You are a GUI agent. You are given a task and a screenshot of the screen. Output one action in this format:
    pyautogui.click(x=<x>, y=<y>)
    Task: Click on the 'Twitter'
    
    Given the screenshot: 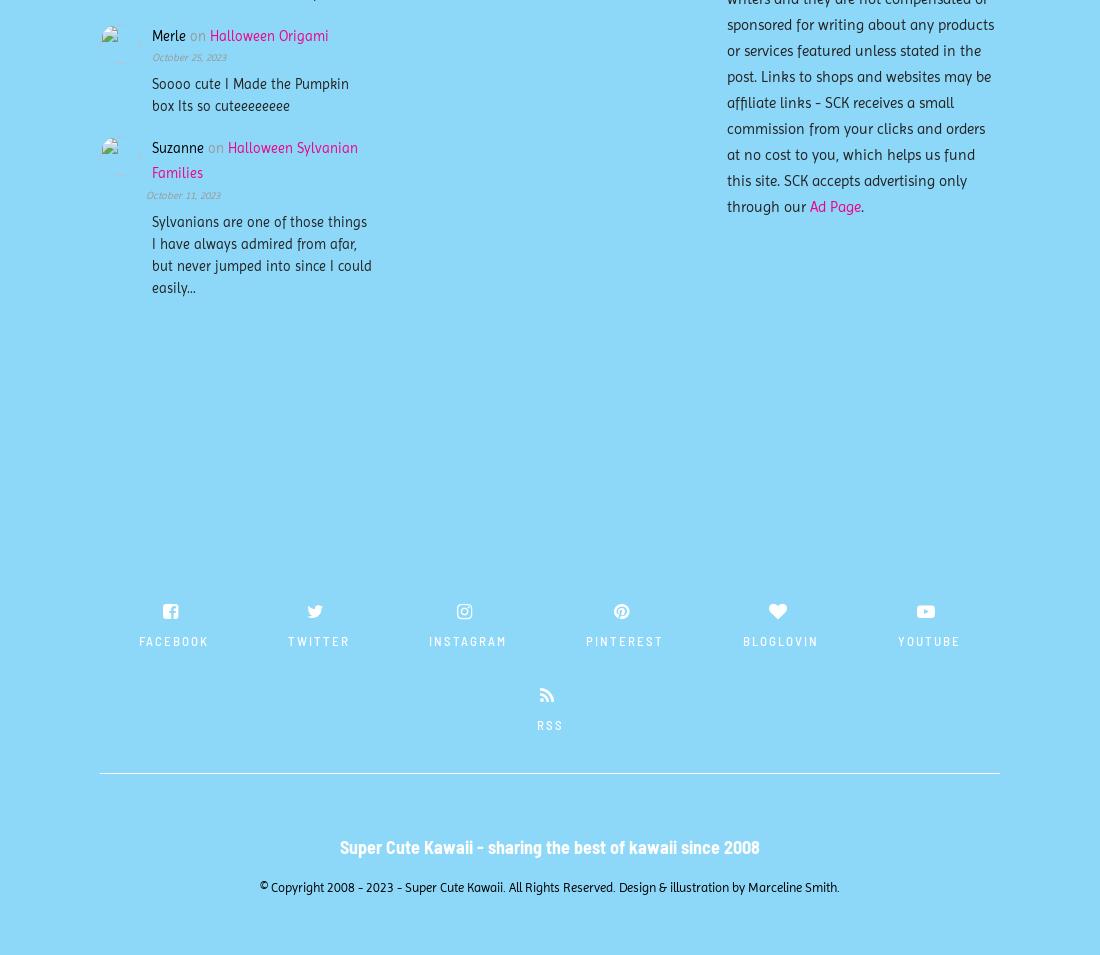 What is the action you would take?
    pyautogui.click(x=286, y=639)
    